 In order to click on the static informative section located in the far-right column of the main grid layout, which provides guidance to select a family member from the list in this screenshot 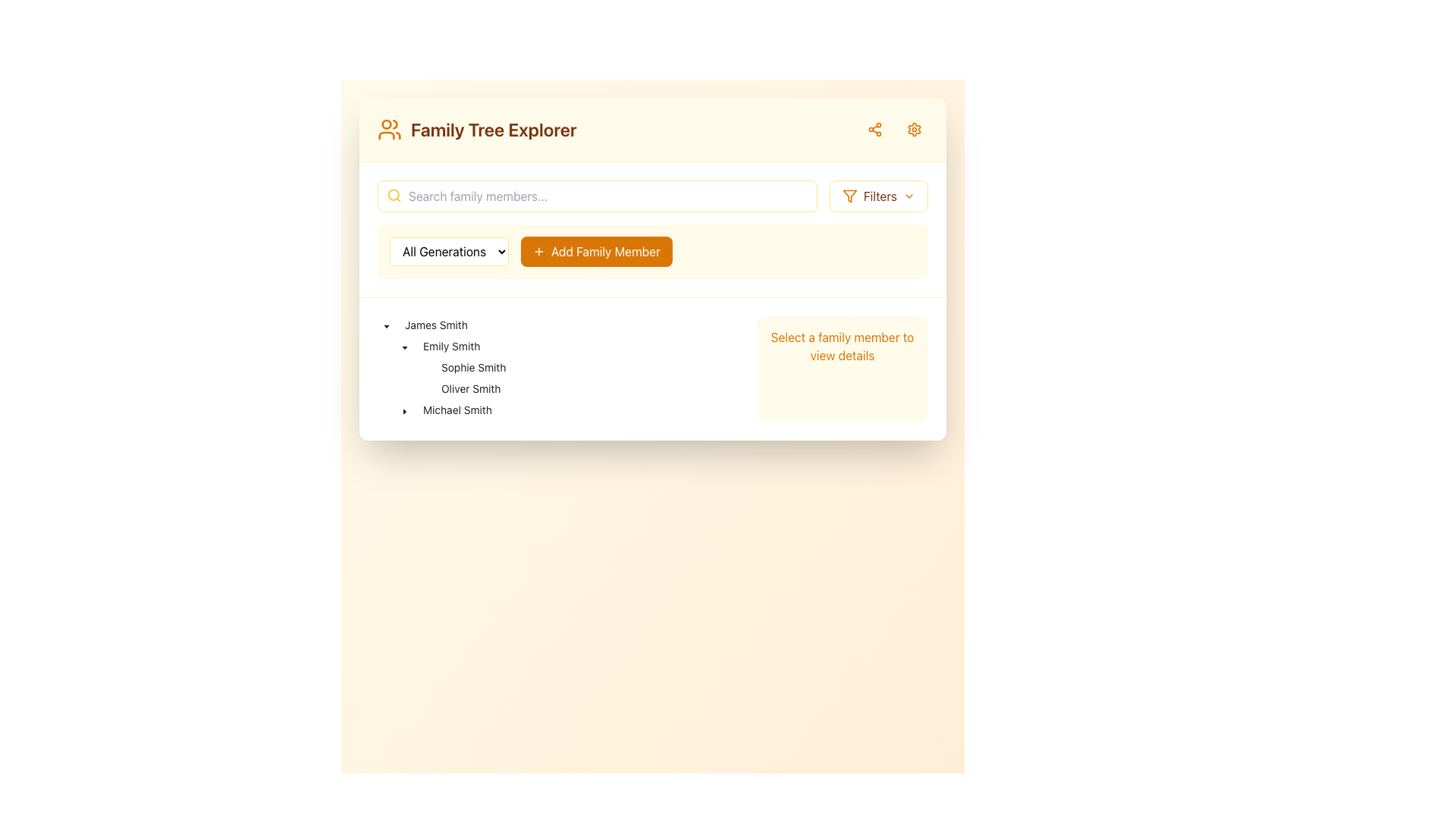, I will do `click(841, 369)`.